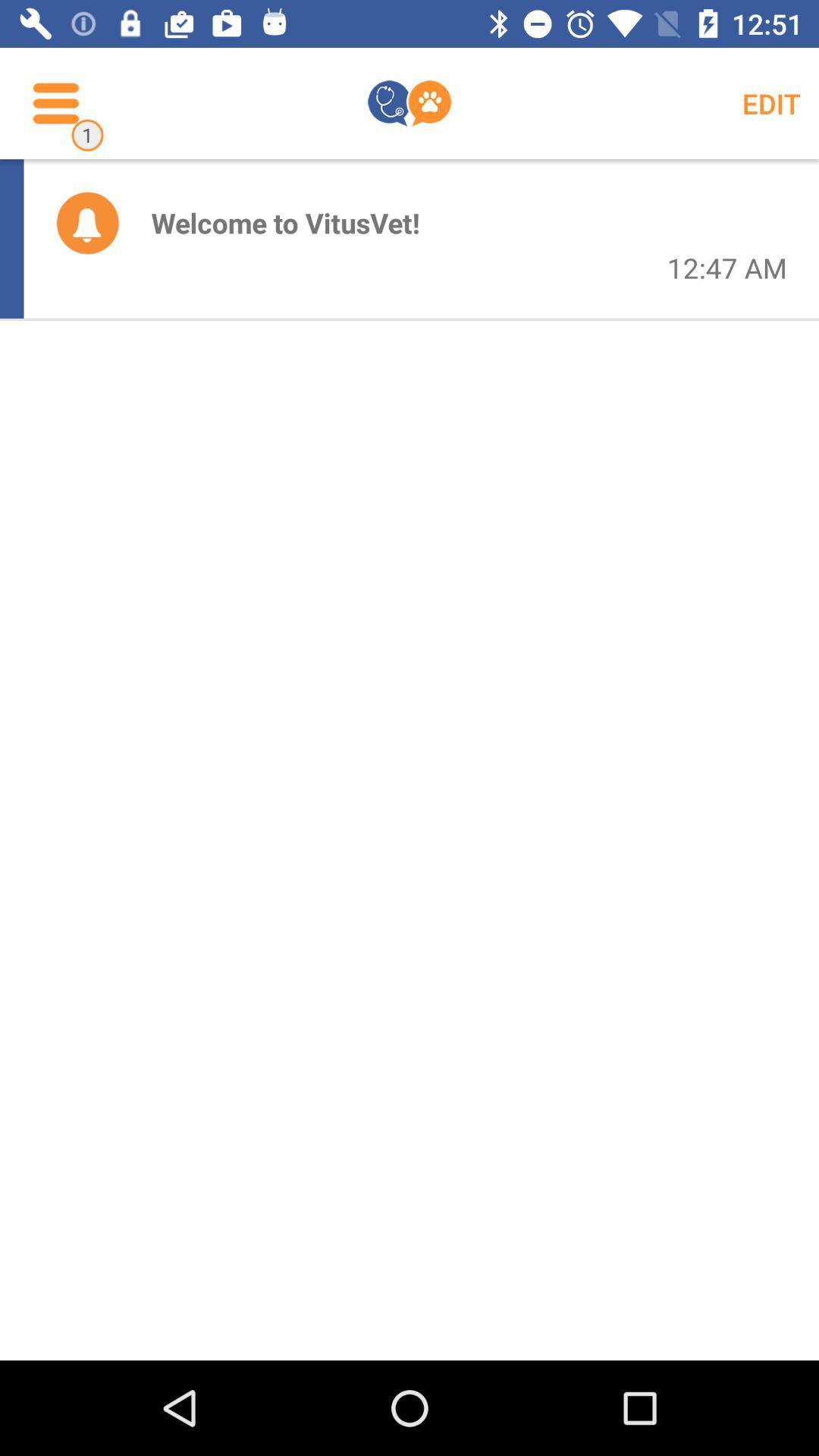 The image size is (819, 1456). What do you see at coordinates (726, 268) in the screenshot?
I see `the icon to the right of the welcome to vitusvet!` at bounding box center [726, 268].